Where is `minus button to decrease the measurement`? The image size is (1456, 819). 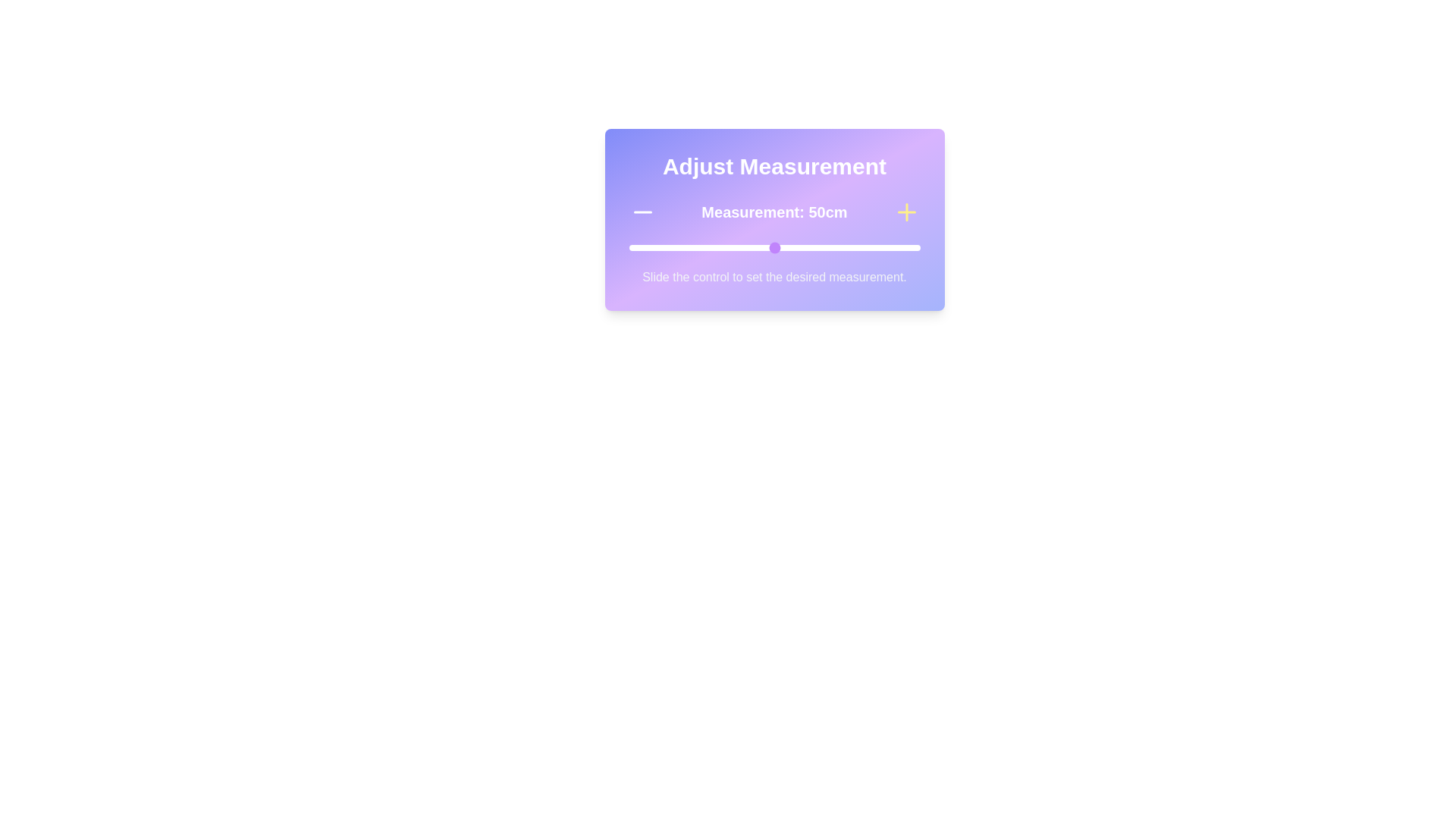
minus button to decrease the measurement is located at coordinates (642, 212).